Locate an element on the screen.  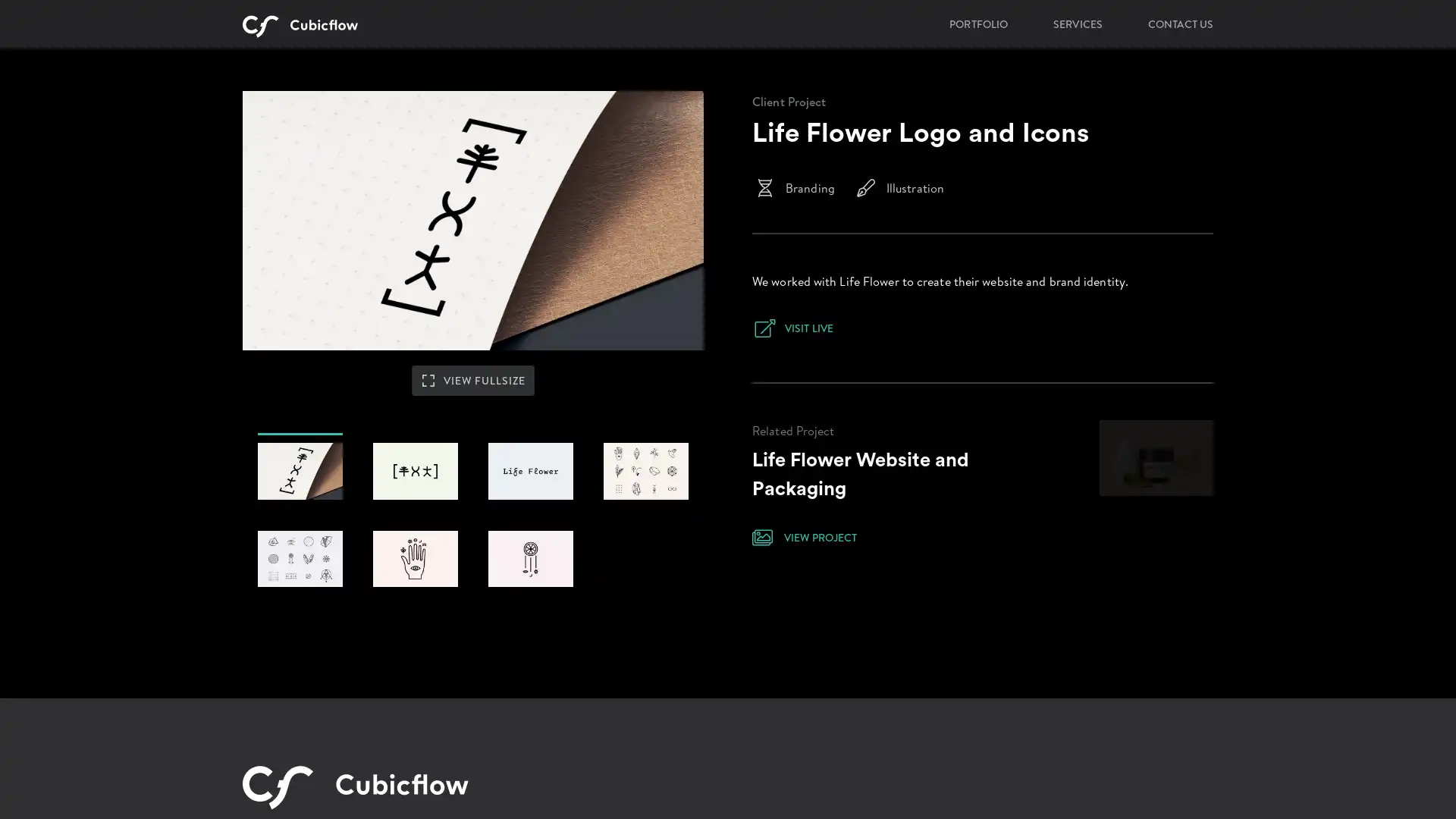
# is located at coordinates (645, 522).